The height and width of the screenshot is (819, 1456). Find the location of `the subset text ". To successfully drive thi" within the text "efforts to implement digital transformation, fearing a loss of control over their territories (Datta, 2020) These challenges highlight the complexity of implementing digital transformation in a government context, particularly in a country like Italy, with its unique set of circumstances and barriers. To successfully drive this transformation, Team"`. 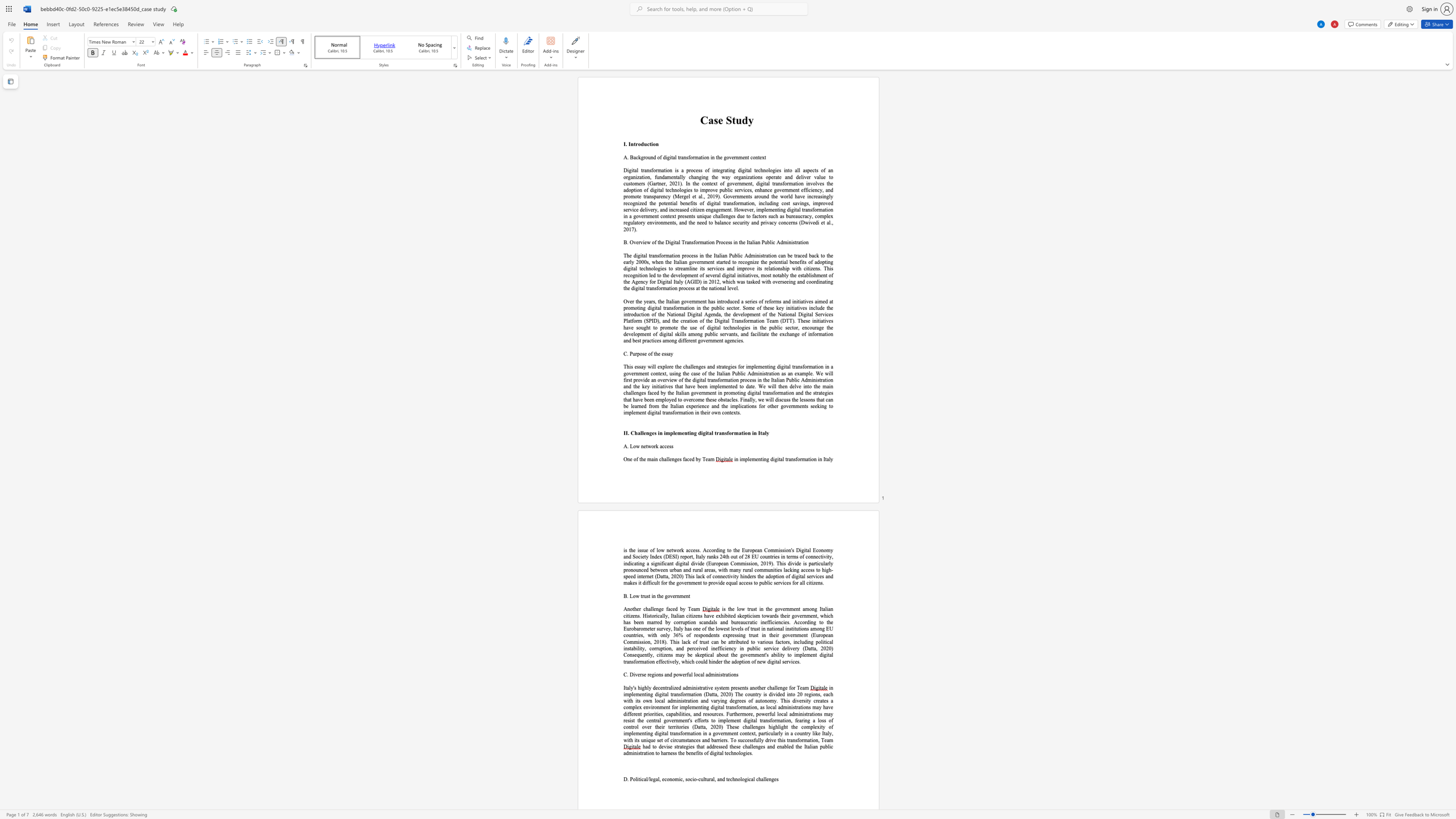

the subset text ". To successfully drive thi" within the text "efforts to implement digital transformation, fearing a loss of control over their territories (Datta, 2020) These challenges highlight the complexity of implementing digital transformation in a government context, particularly in a country like Italy, with its unique set of circumstances and barriers. To successfully drive this transformation, Team" is located at coordinates (726, 740).